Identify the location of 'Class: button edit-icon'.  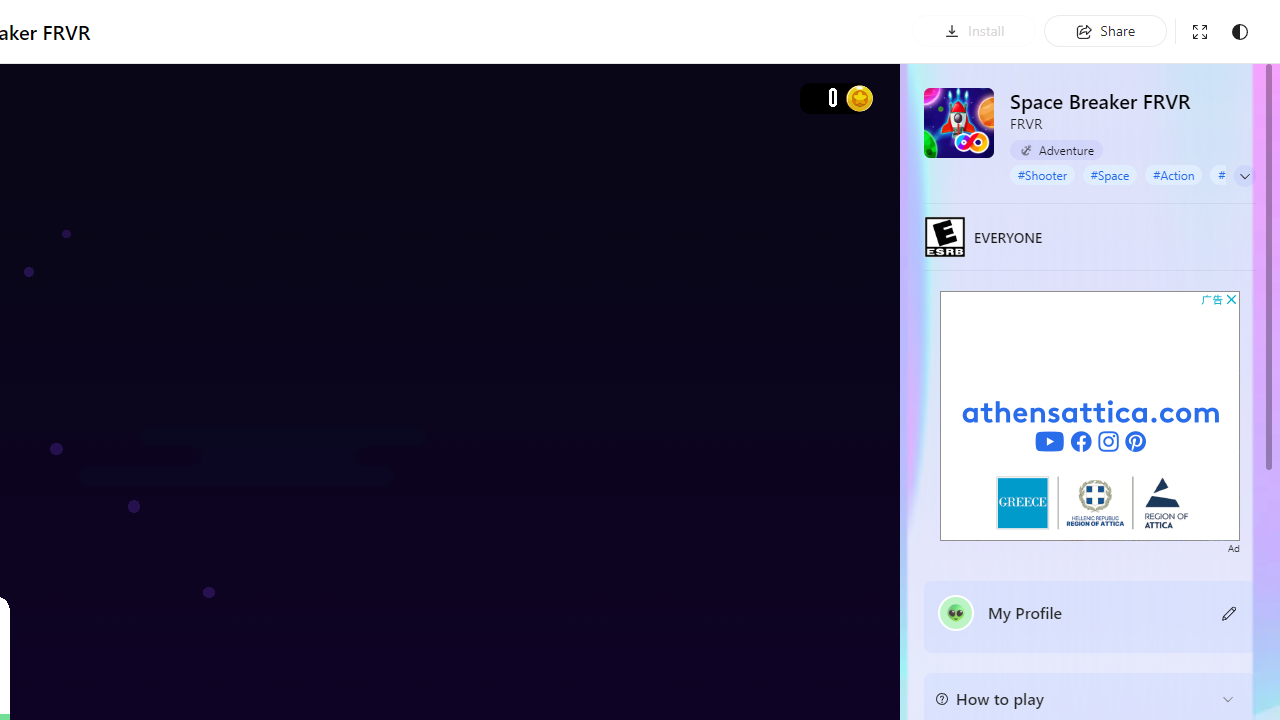
(1229, 611).